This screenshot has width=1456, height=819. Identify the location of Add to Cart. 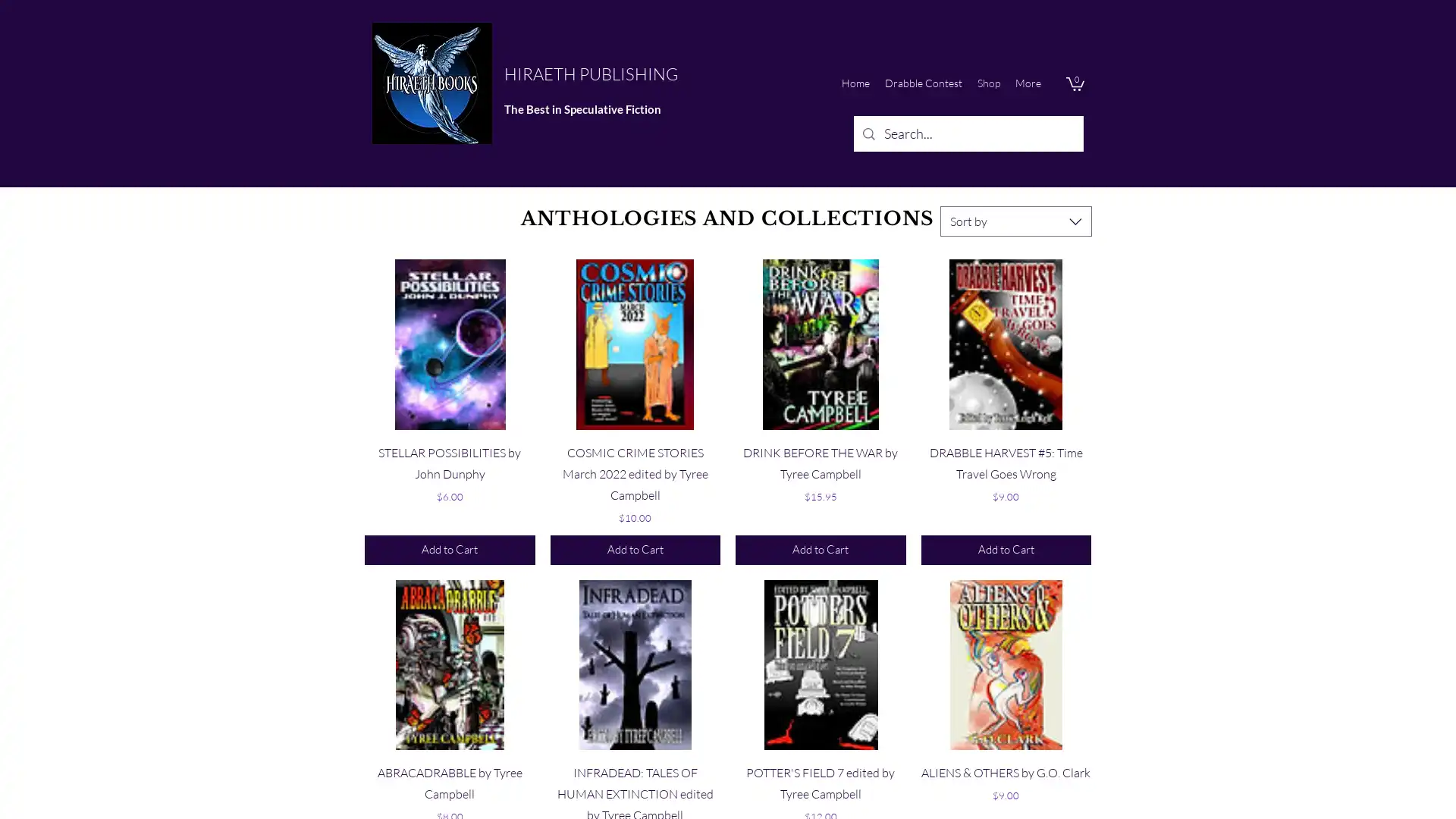
(635, 550).